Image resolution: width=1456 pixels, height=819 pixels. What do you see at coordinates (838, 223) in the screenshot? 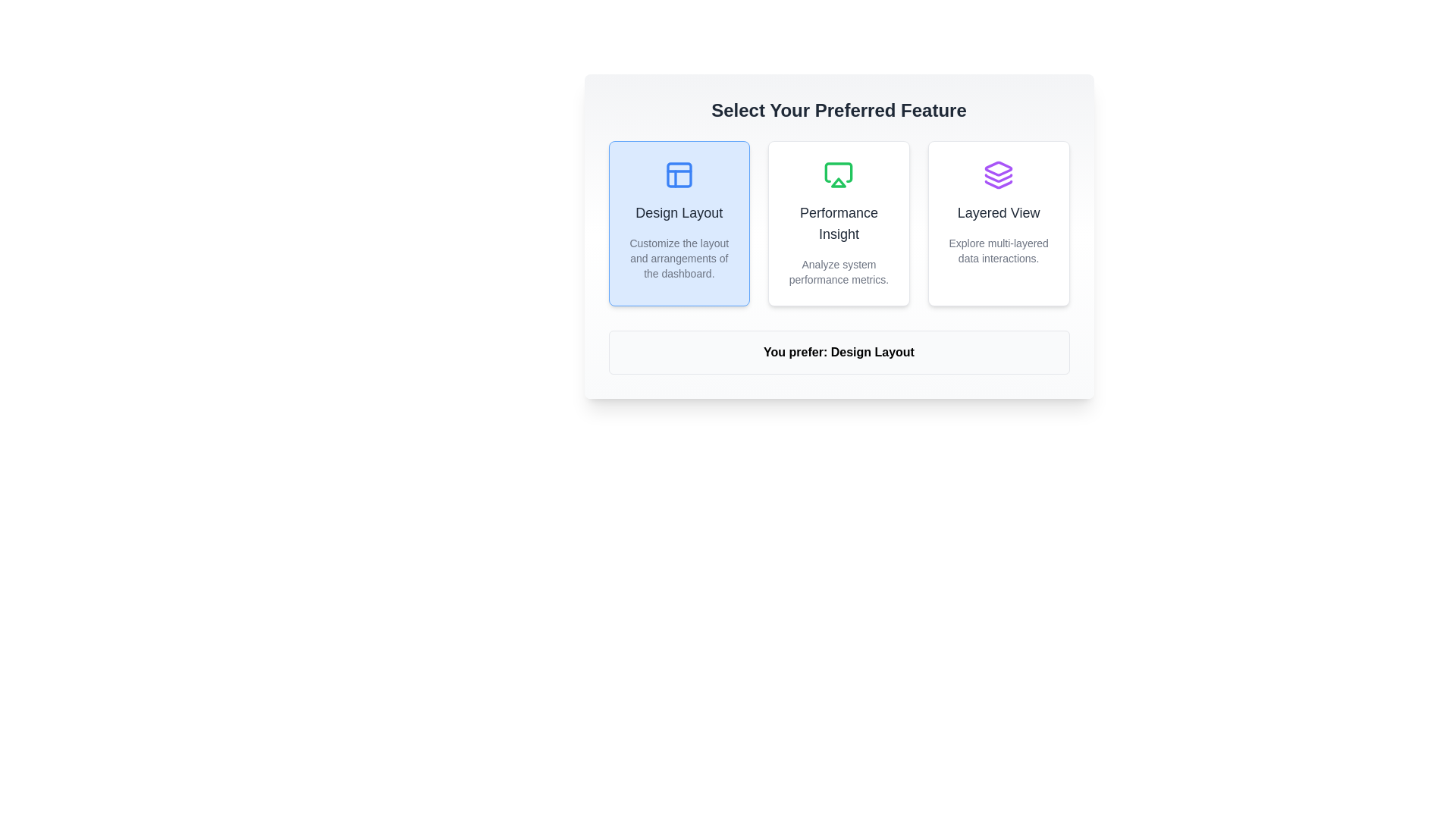
I see `the title label of the middle card, which serves as a concise label indicating its purpose and is centered at the top of the central card in a three-card layout` at bounding box center [838, 223].